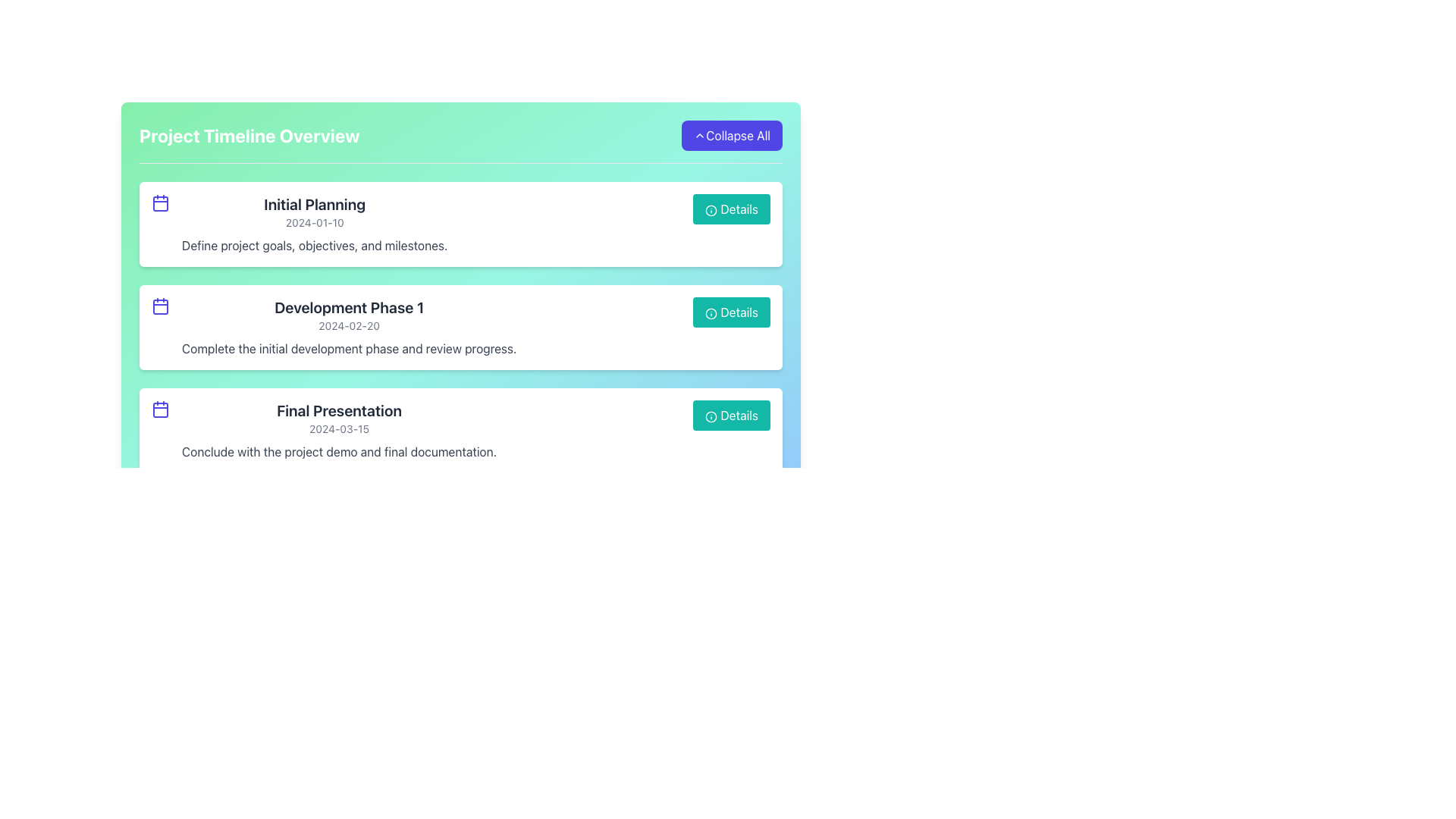 Image resolution: width=1456 pixels, height=819 pixels. Describe the element at coordinates (160, 202) in the screenshot. I see `the calendar icon with a blue color tone located in the first card titled 'Initial Planning', positioned to the far left before the text content` at that location.